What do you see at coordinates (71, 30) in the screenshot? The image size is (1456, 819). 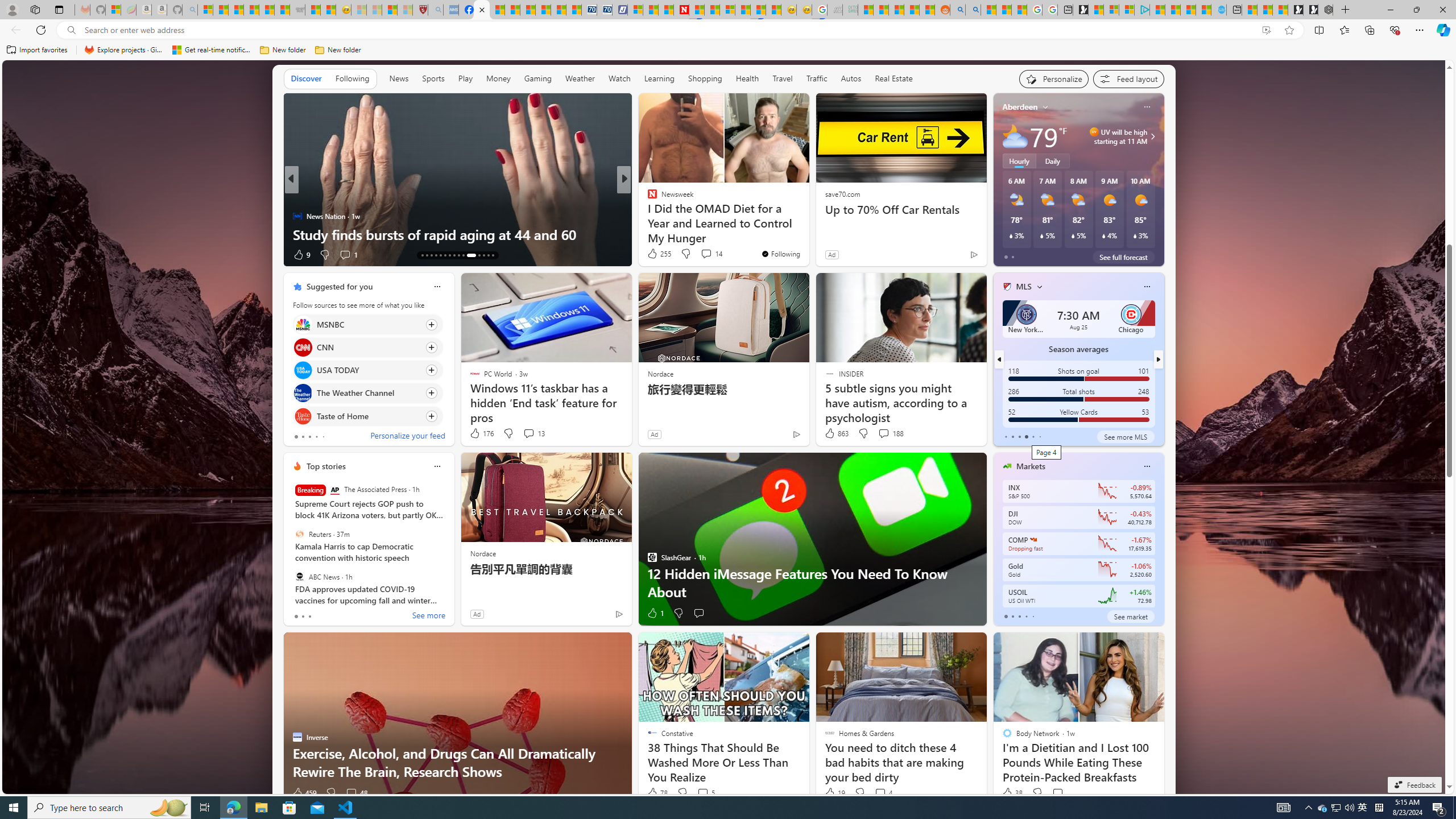 I see `'Search icon'` at bounding box center [71, 30].